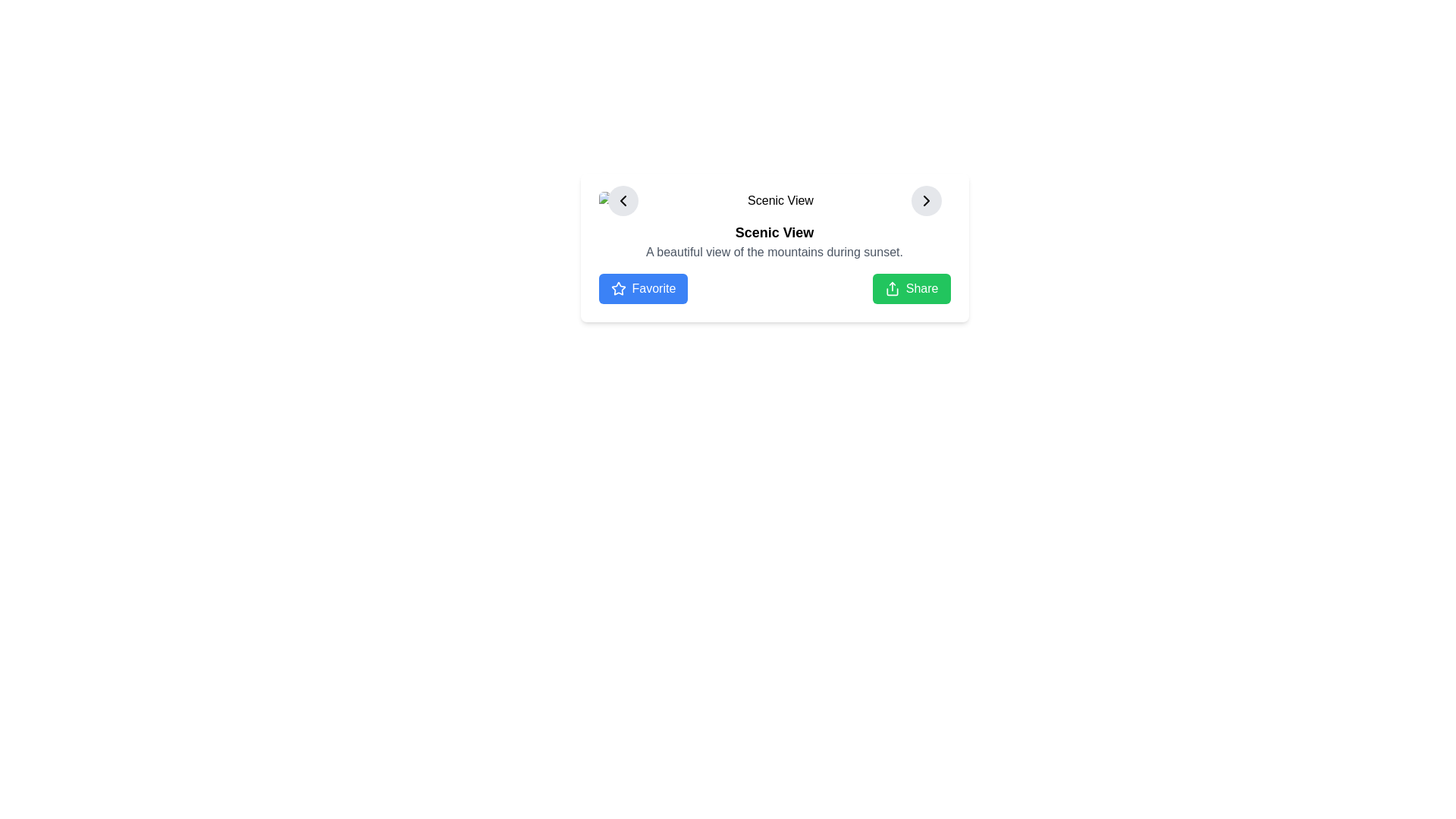  What do you see at coordinates (911, 289) in the screenshot?
I see `the green 'Share' button with rounded corners and white text to indicate its active state` at bounding box center [911, 289].